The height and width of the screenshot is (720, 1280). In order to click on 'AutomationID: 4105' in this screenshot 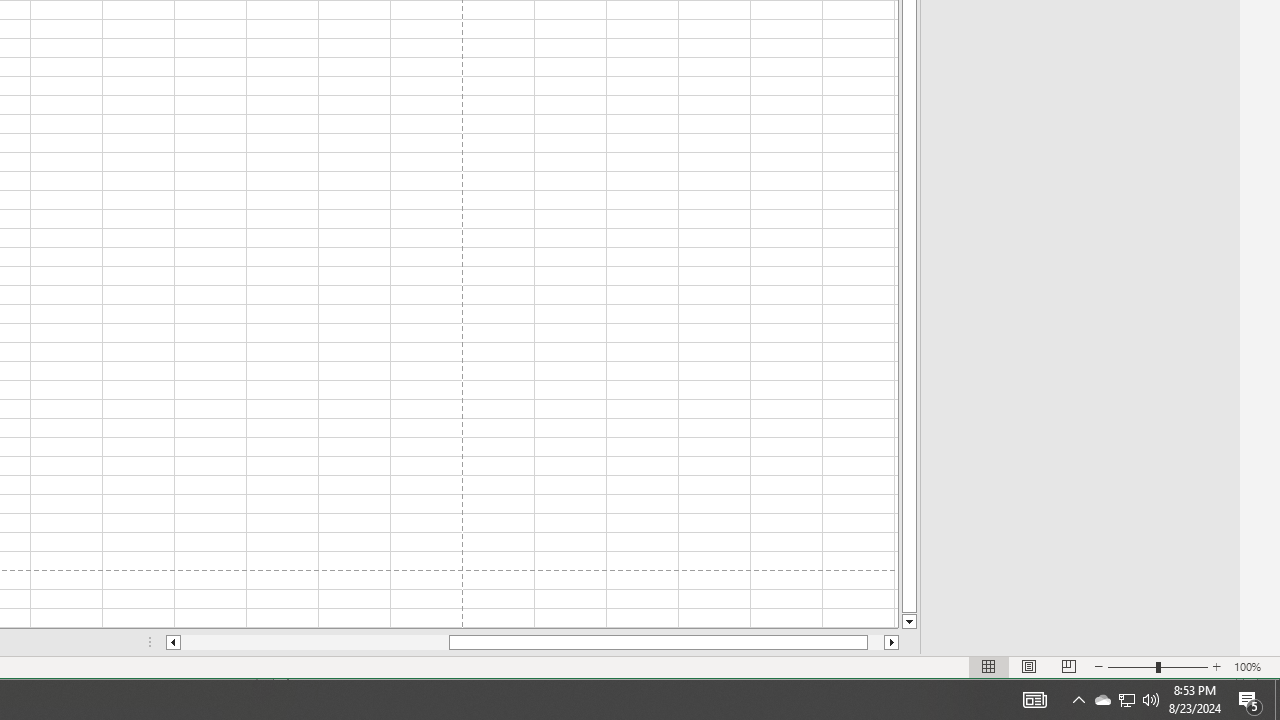, I will do `click(1034, 698)`.